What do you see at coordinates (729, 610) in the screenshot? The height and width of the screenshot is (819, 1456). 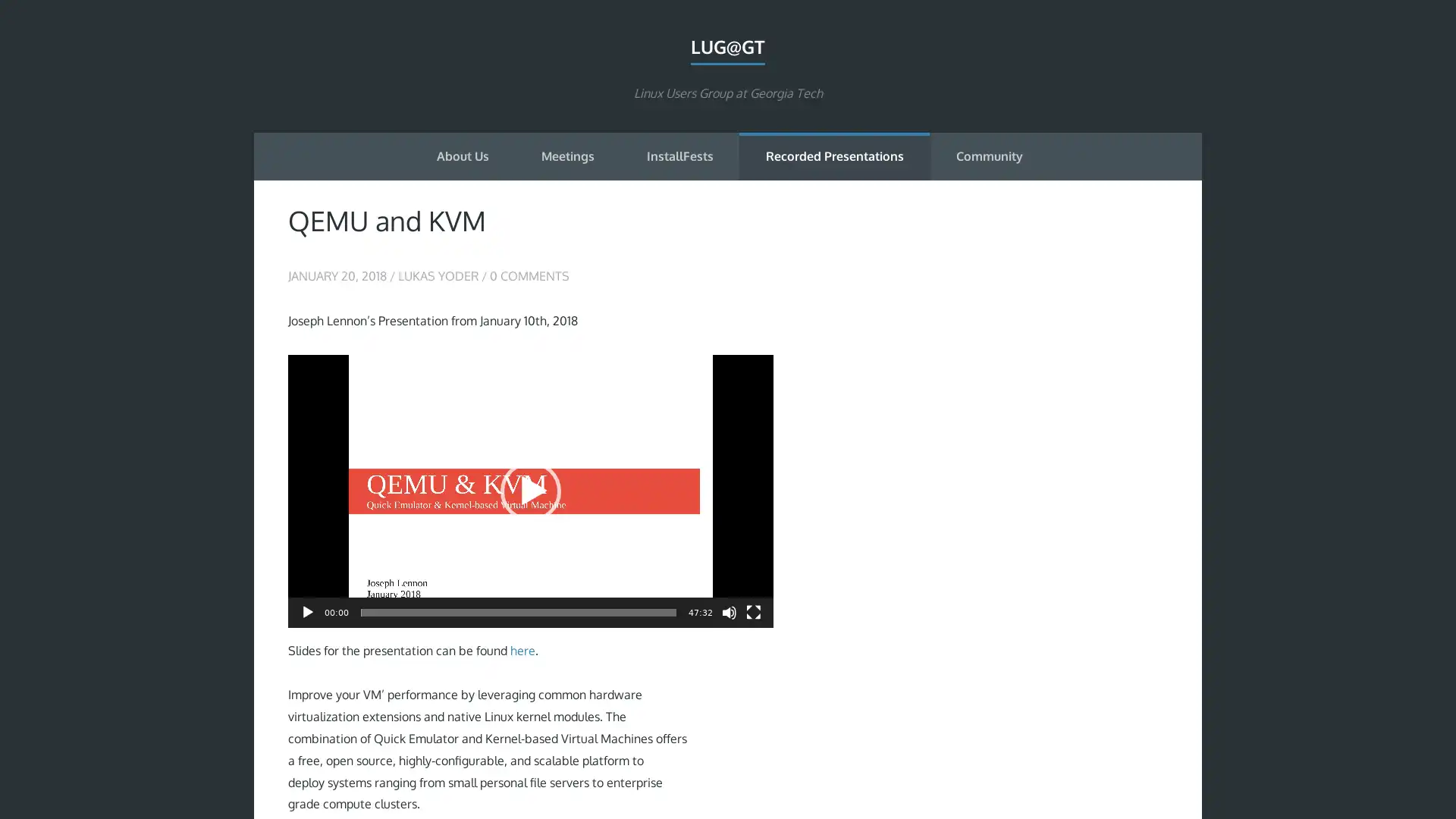 I see `Mute` at bounding box center [729, 610].